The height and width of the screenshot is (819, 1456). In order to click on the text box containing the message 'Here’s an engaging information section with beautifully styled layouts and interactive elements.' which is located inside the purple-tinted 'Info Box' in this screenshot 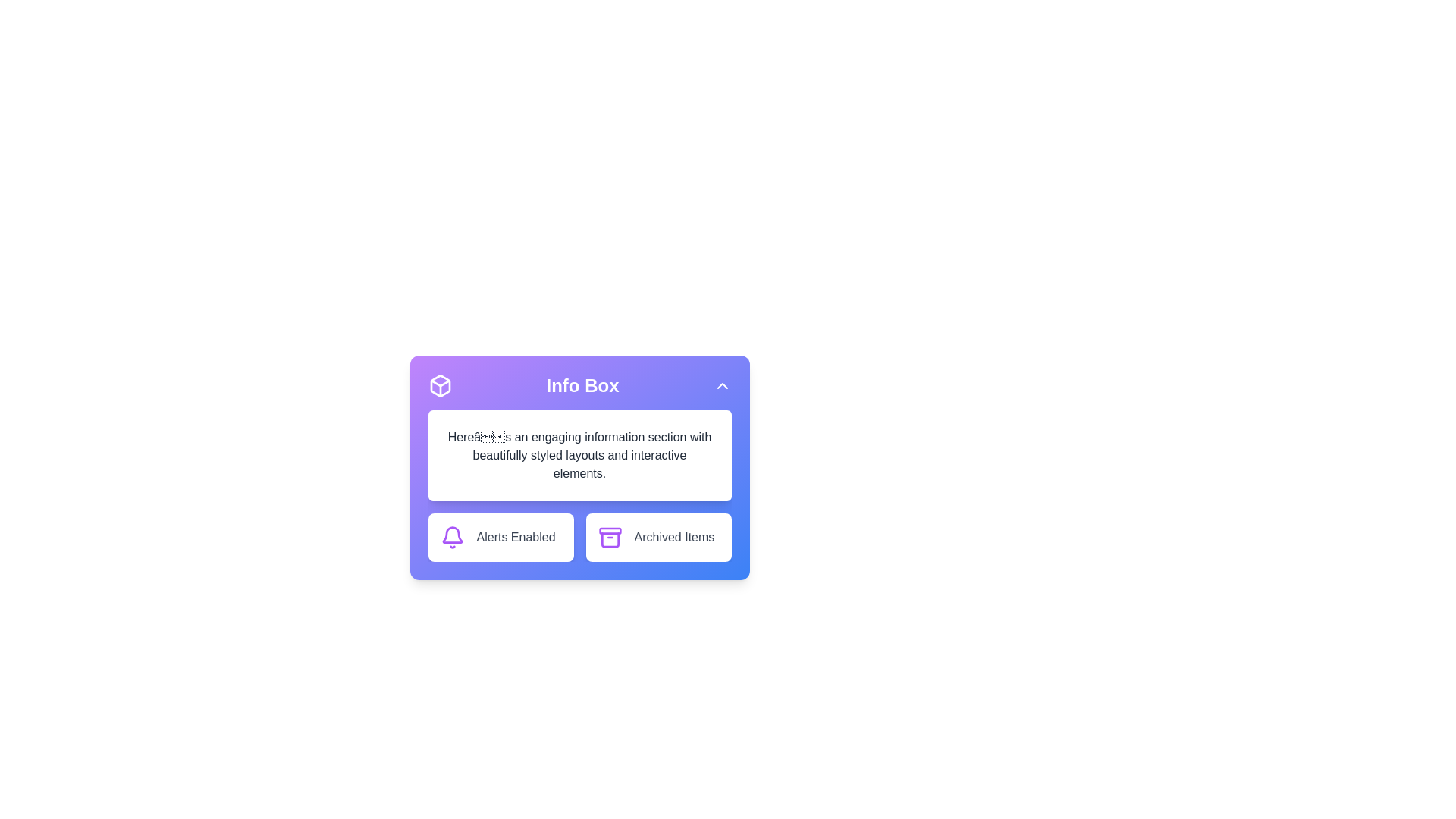, I will do `click(579, 455)`.